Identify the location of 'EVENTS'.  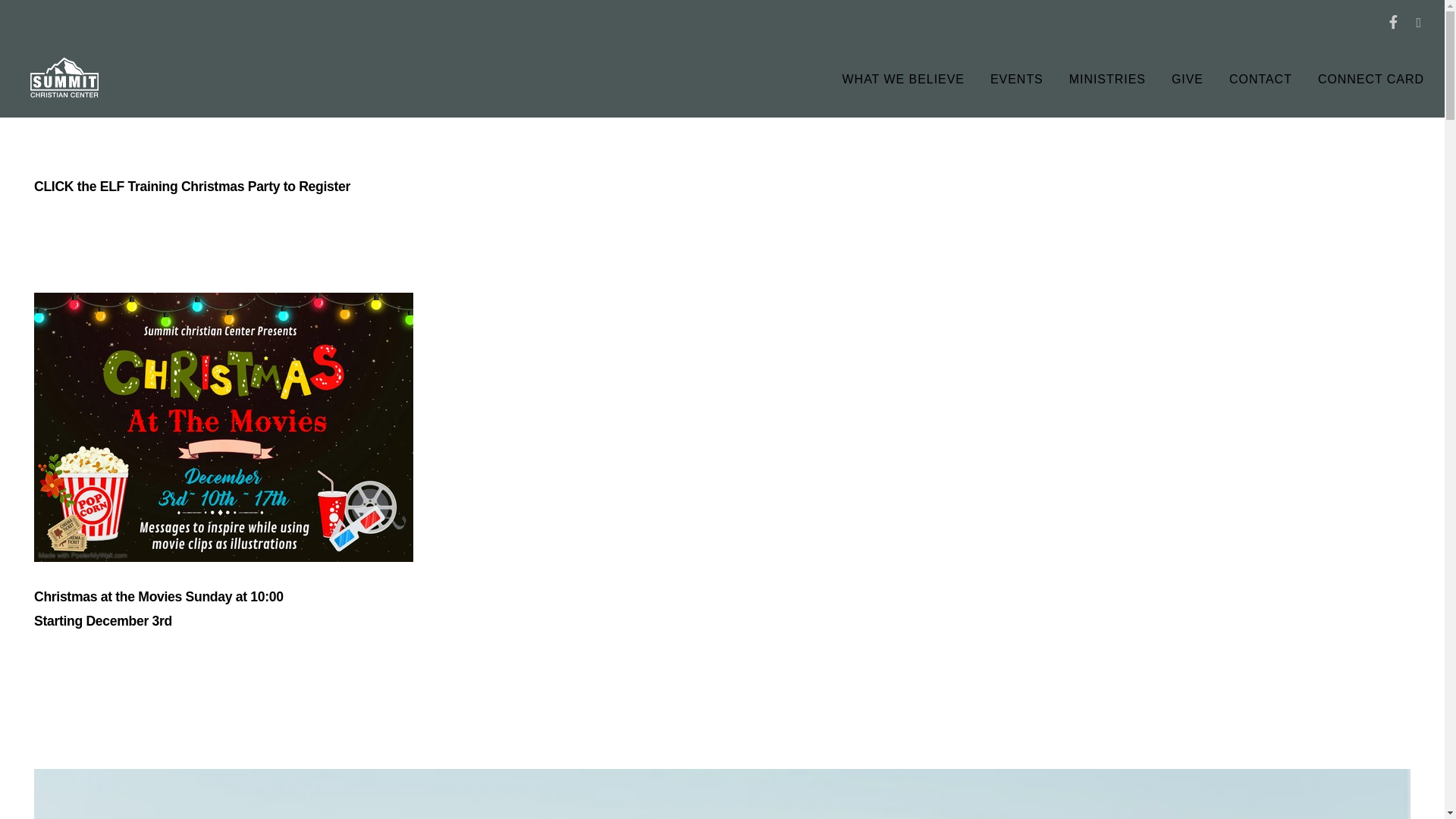
(1016, 79).